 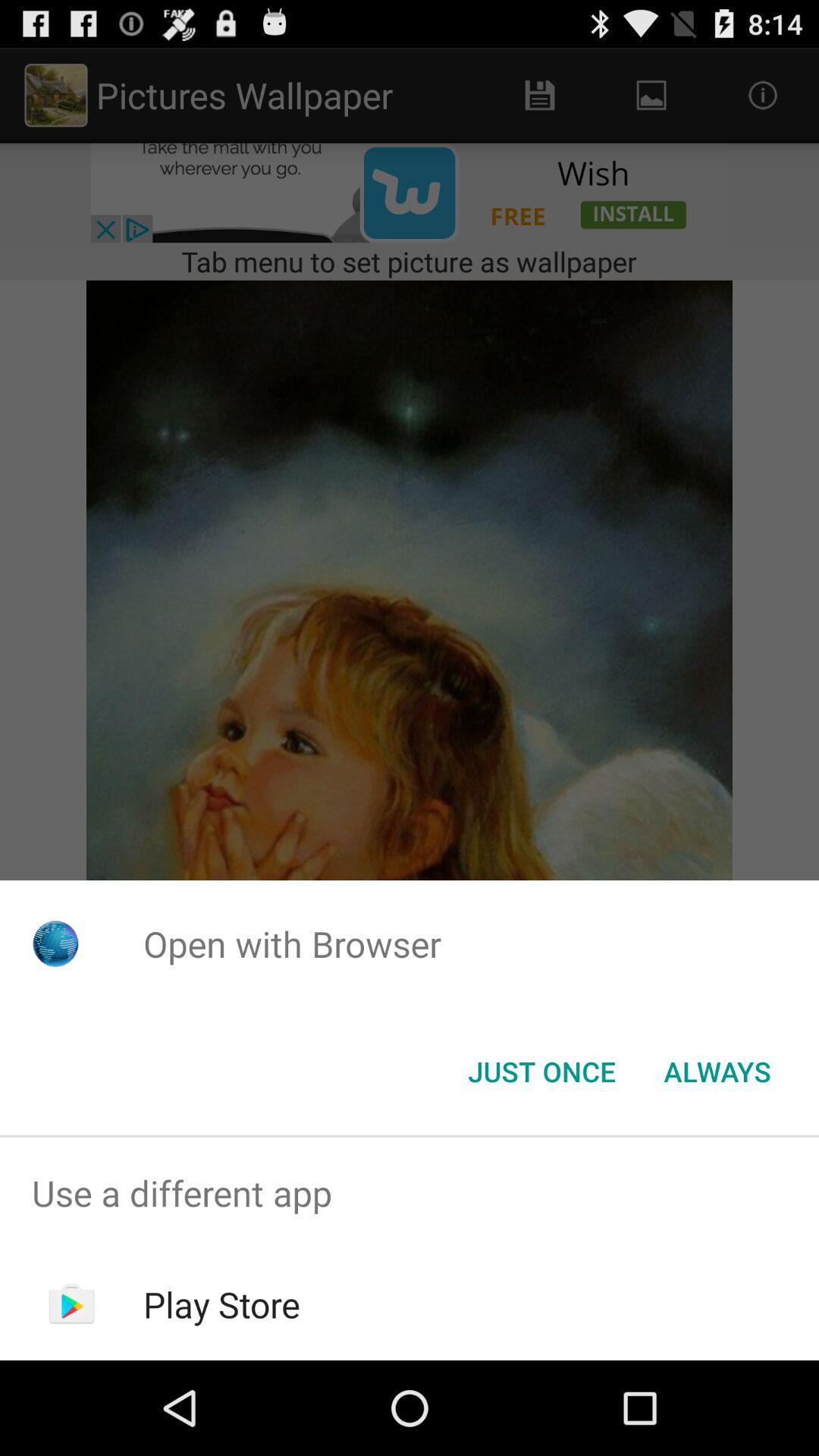 What do you see at coordinates (541, 1070) in the screenshot?
I see `the icon to the left of the always item` at bounding box center [541, 1070].